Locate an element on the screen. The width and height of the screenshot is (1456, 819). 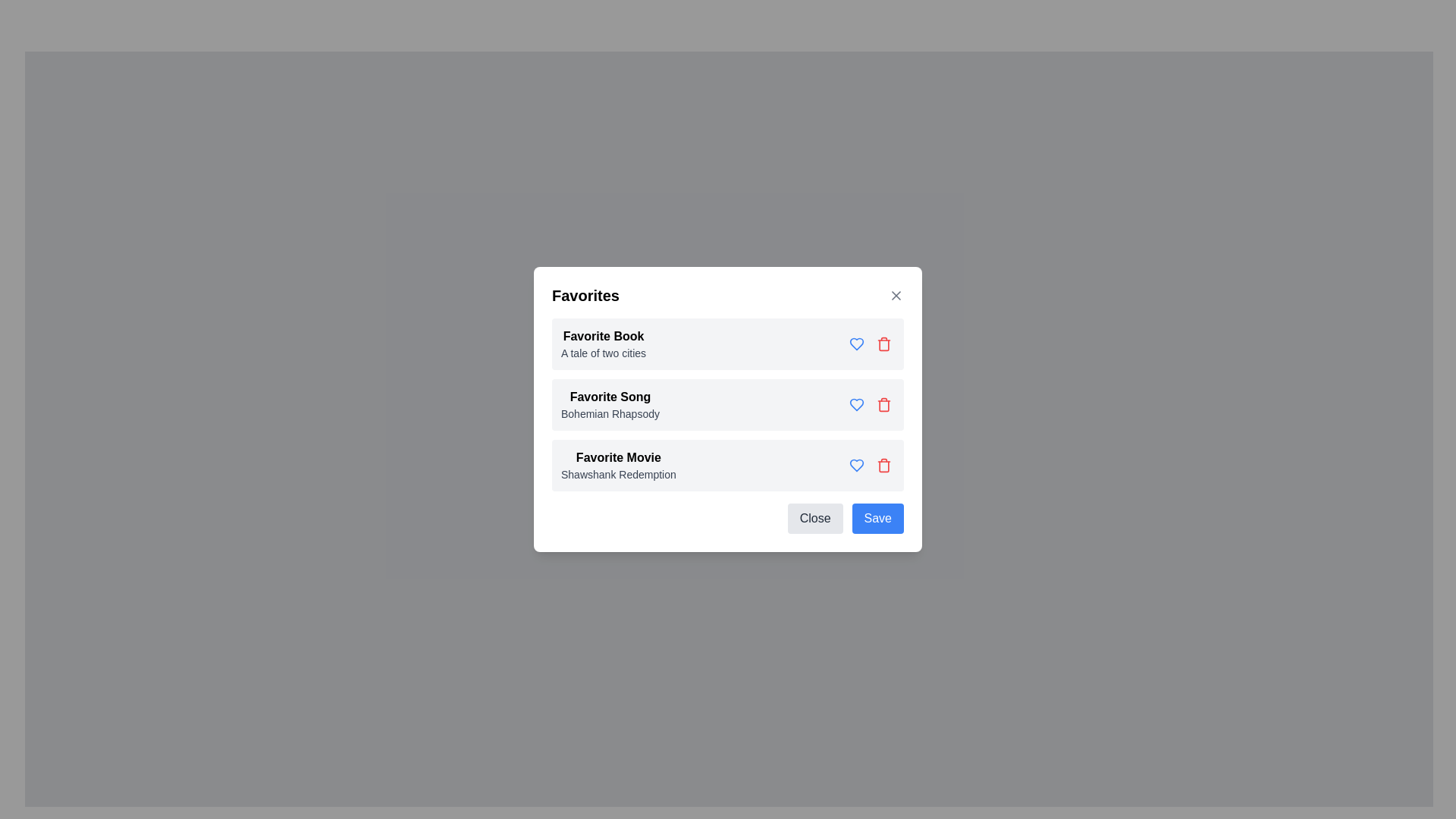
the red trash can icon, which is located to the right of the 'Favorite Song' item is located at coordinates (884, 403).